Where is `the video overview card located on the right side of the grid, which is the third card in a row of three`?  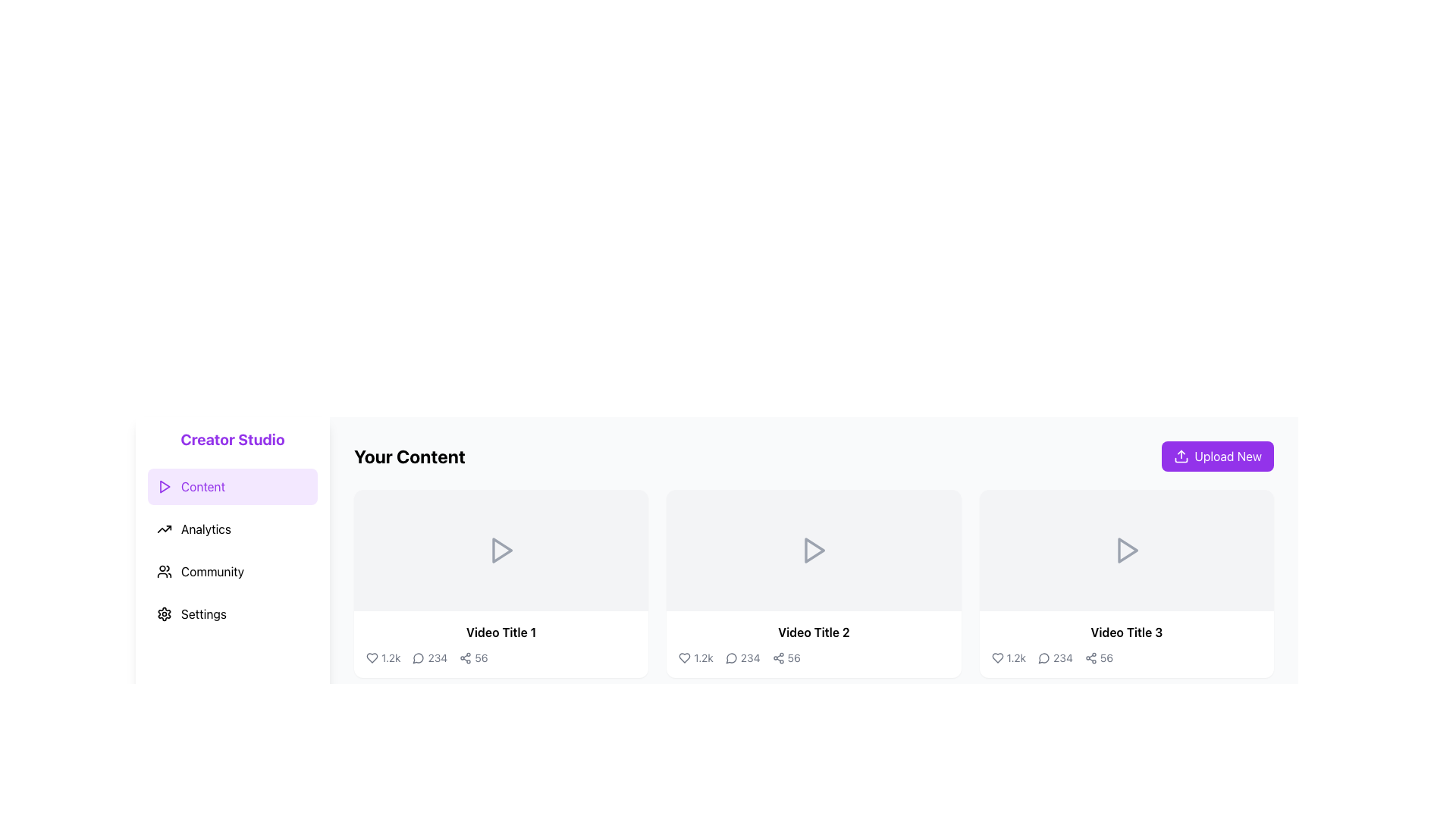 the video overview card located on the right side of the grid, which is the third card in a row of three is located at coordinates (1126, 583).